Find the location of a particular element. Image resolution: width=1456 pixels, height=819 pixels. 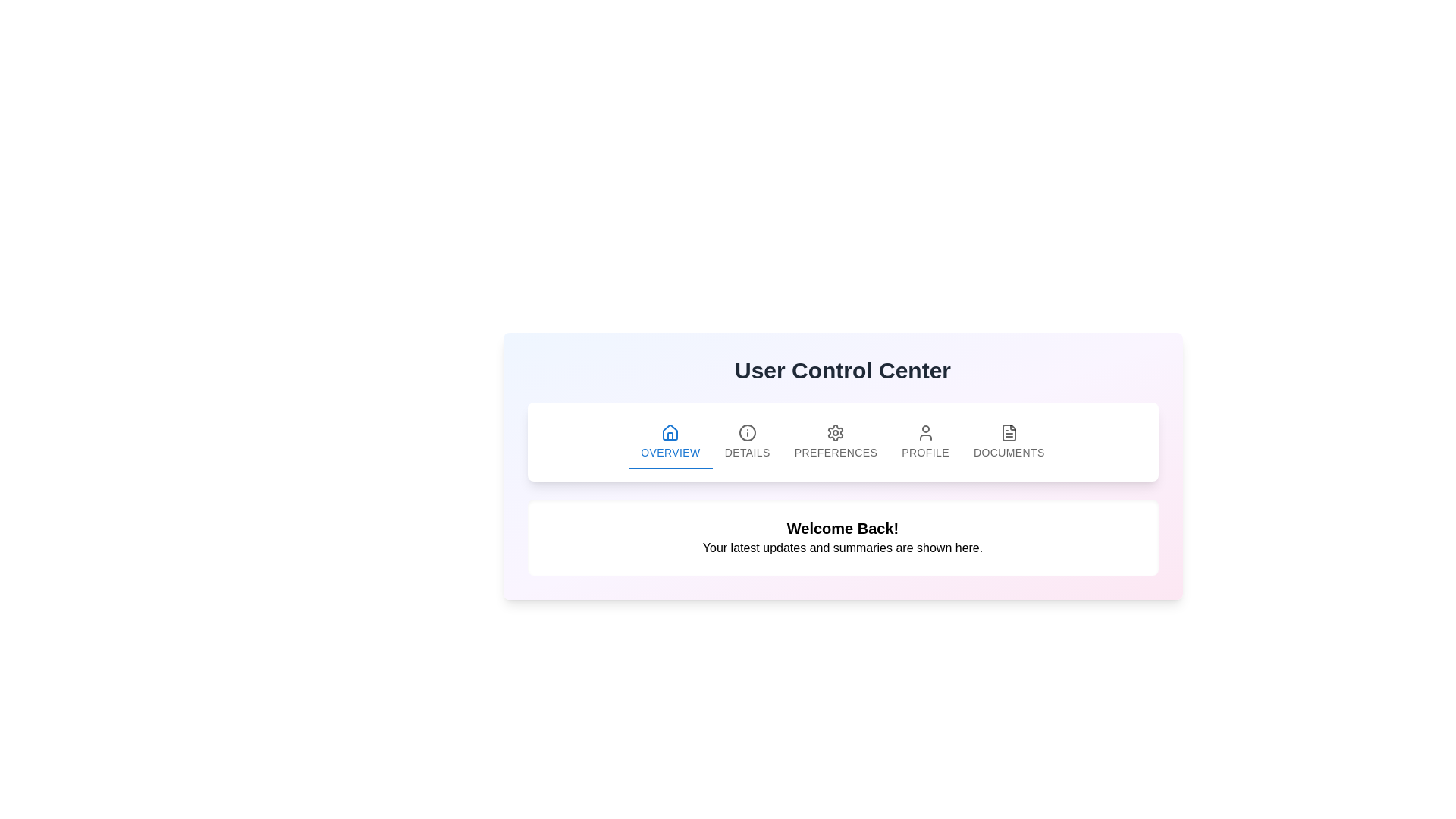

the fourth tab button in the navigation bar that leads to the profile section is located at coordinates (924, 441).